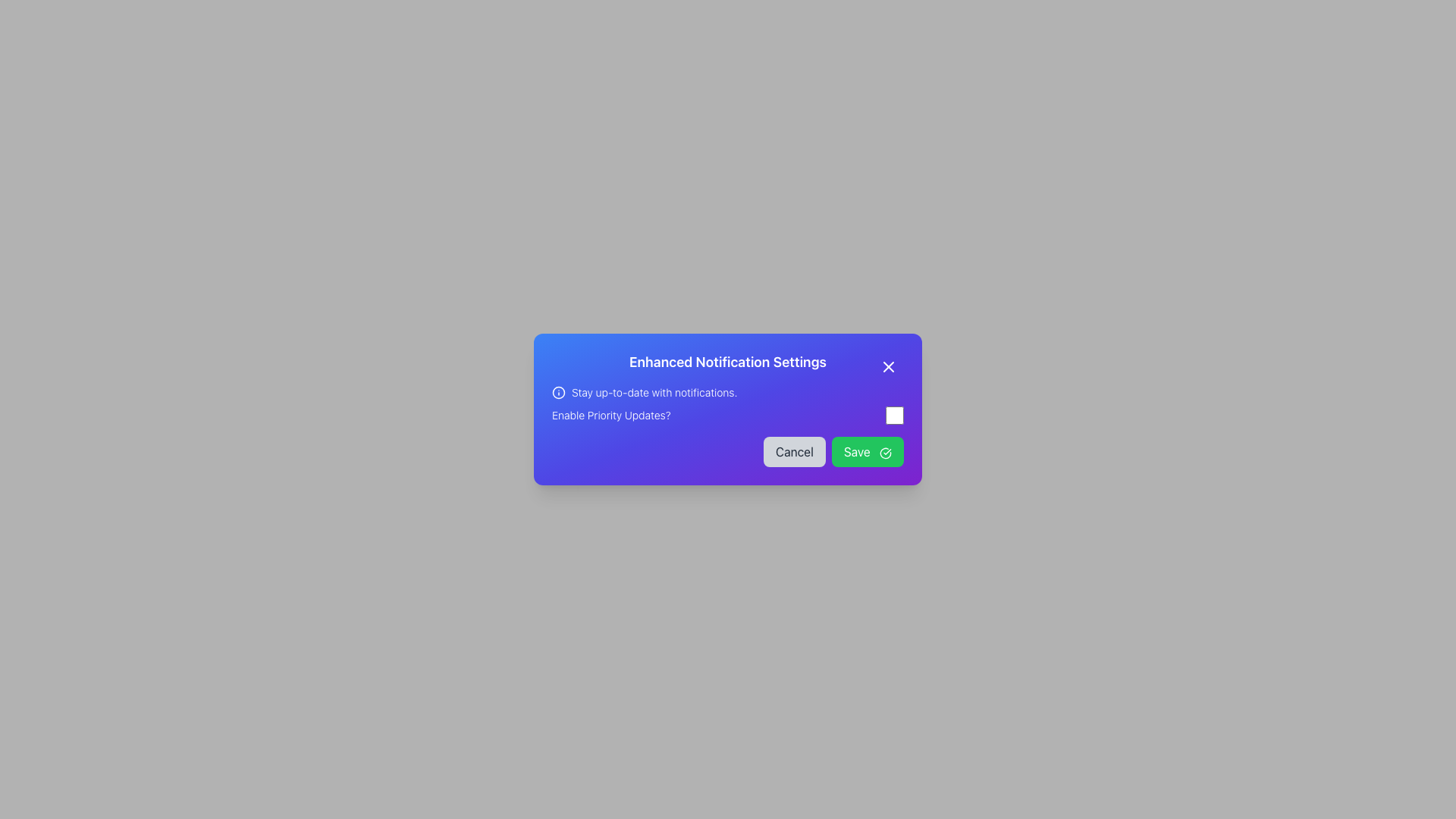 The image size is (1456, 819). What do you see at coordinates (868, 451) in the screenshot?
I see `the second button in the modal dialog, located to the right of the 'Cancel' button` at bounding box center [868, 451].